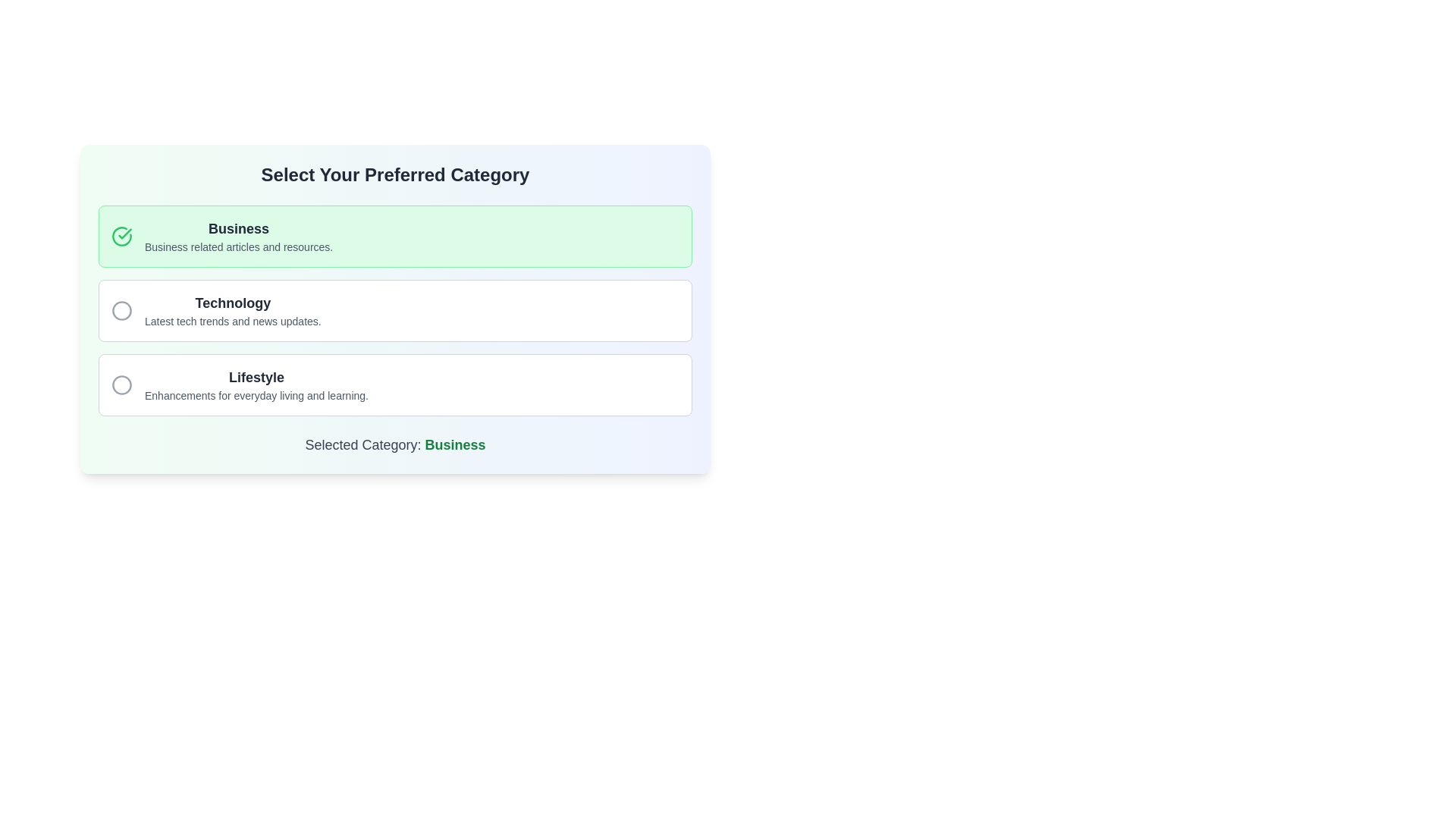 Image resolution: width=1456 pixels, height=819 pixels. Describe the element at coordinates (122, 309) in the screenshot. I see `the circular radio button indicator with a gray border, located near the 'Technology' text in the selection list` at that location.